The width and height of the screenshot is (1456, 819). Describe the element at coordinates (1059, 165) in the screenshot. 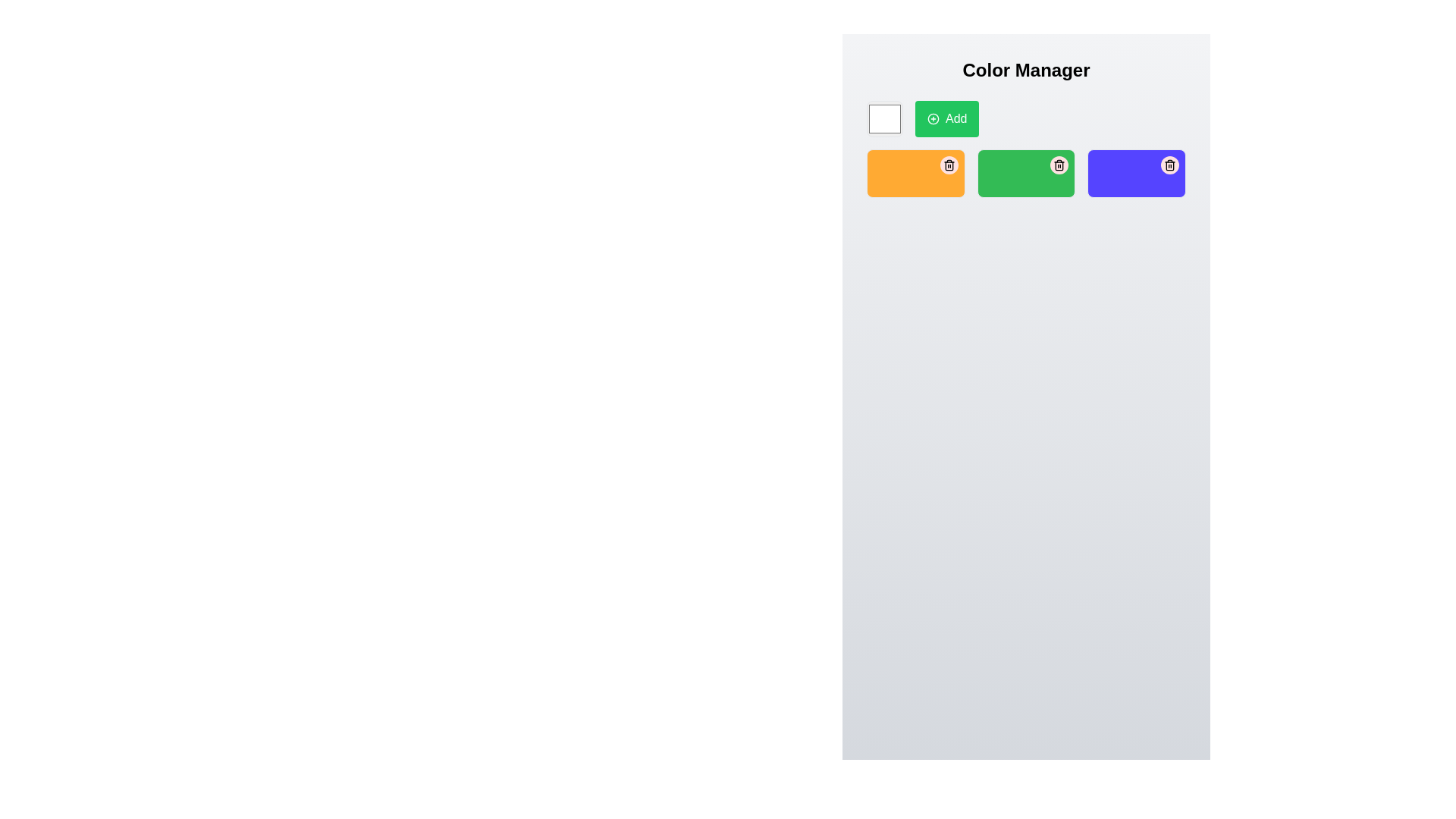

I see `the trashcan icon button, which is outlined in a rounded rectangle with a red background, positioned in the top-right corner of a green card` at that location.